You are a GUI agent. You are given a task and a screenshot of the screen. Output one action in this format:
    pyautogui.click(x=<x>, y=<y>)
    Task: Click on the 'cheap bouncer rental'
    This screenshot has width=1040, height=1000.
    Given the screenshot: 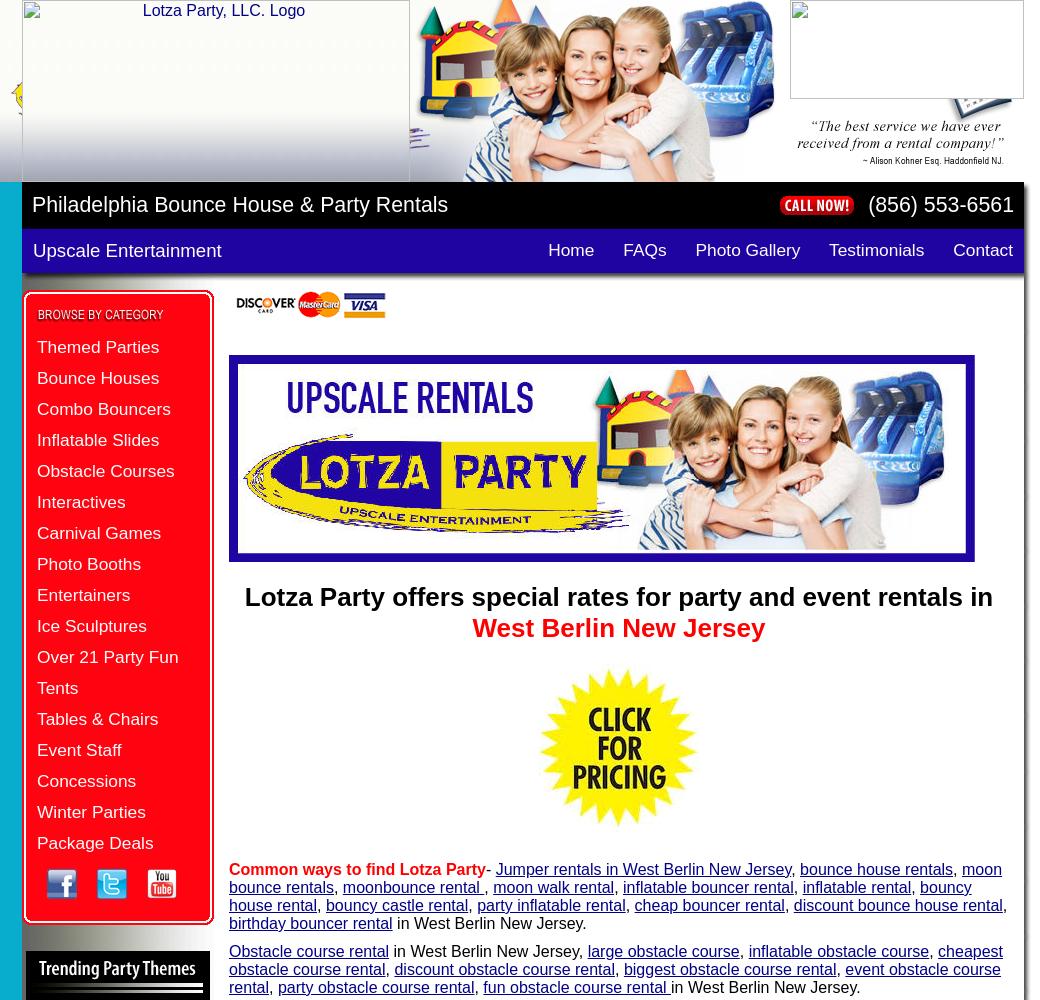 What is the action you would take?
    pyautogui.click(x=708, y=904)
    